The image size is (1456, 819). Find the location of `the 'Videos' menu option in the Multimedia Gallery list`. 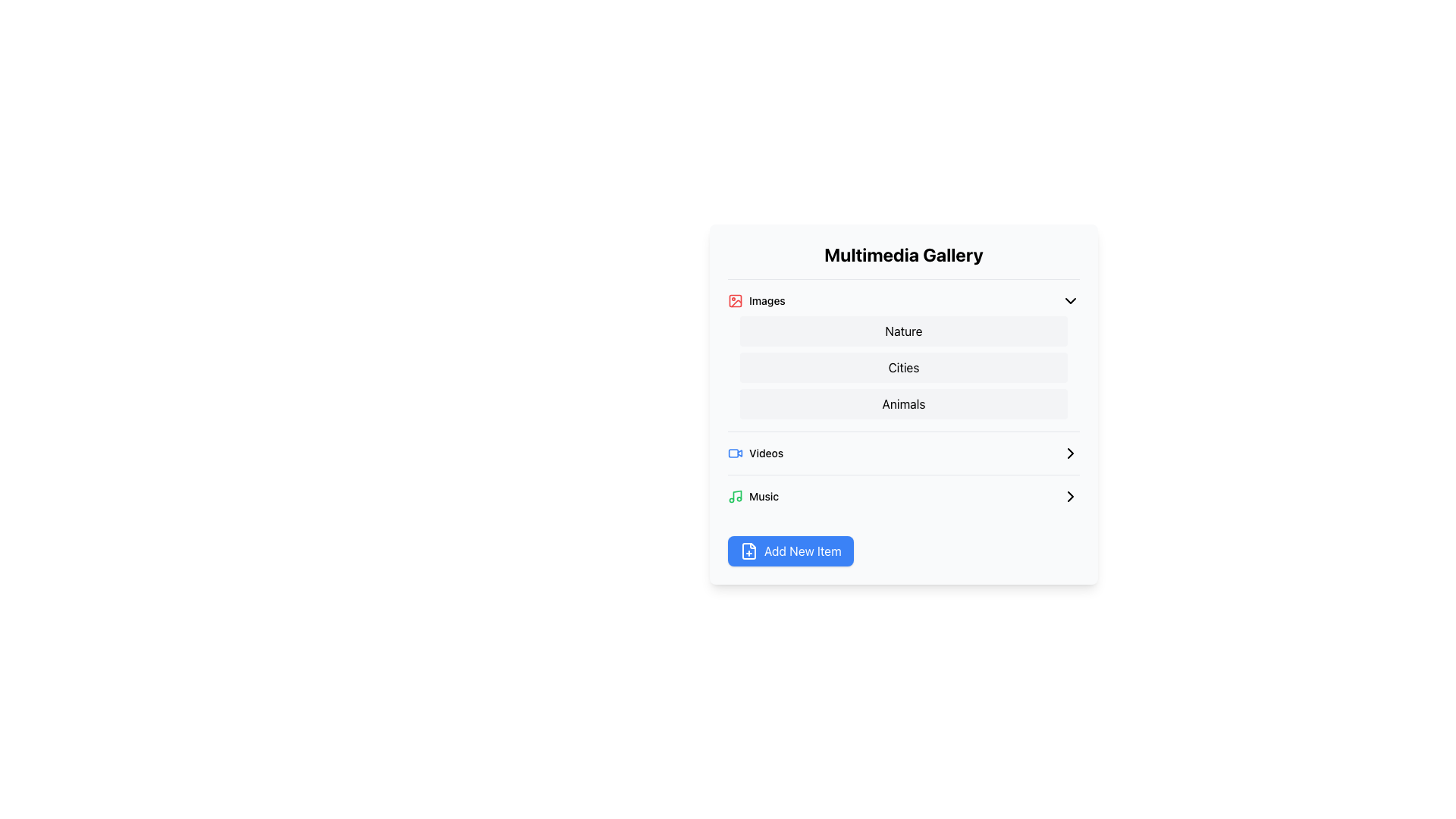

the 'Videos' menu option in the Multimedia Gallery list is located at coordinates (903, 452).